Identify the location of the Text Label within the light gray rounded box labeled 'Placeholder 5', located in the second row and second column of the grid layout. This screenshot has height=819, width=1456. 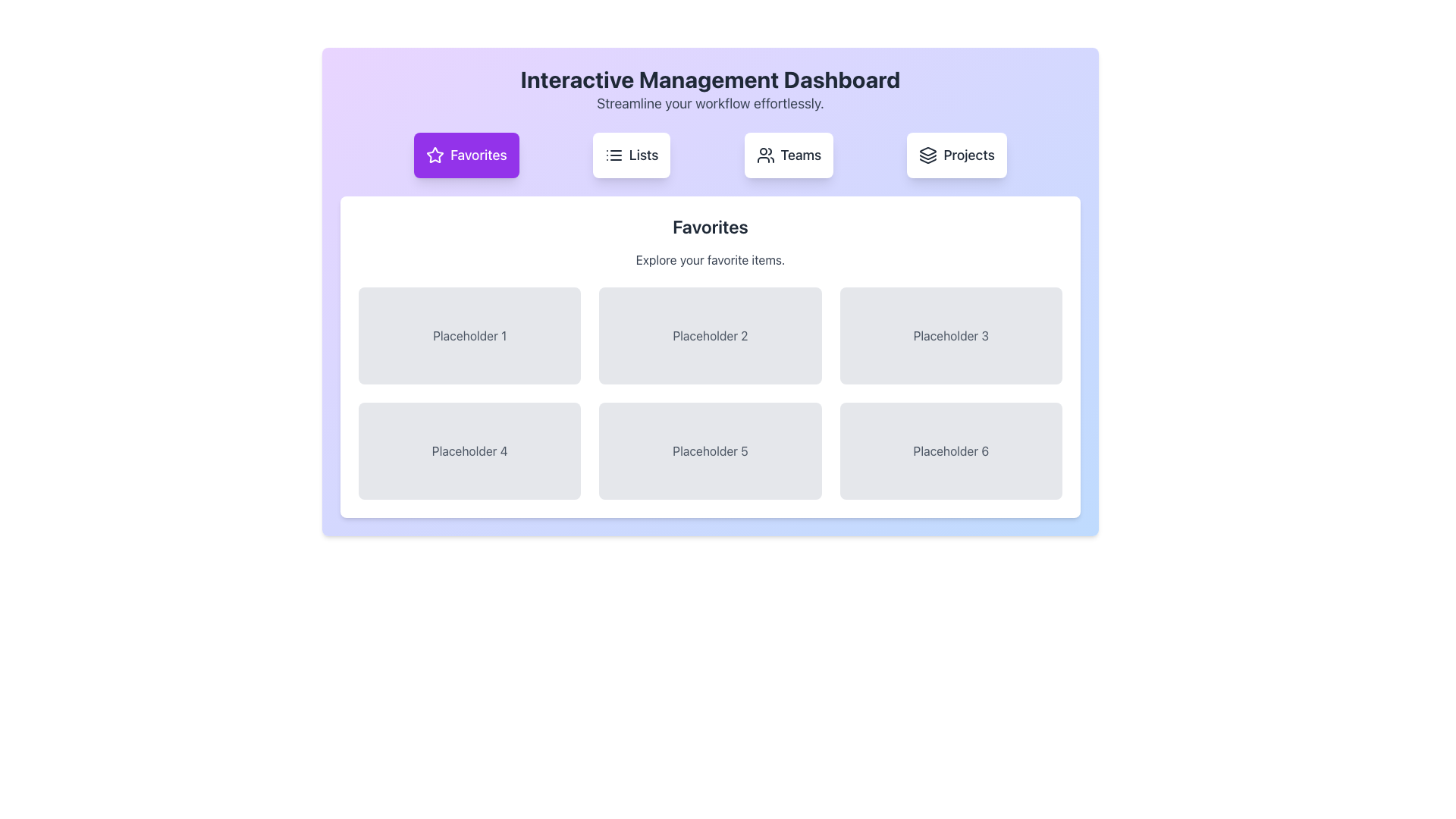
(709, 450).